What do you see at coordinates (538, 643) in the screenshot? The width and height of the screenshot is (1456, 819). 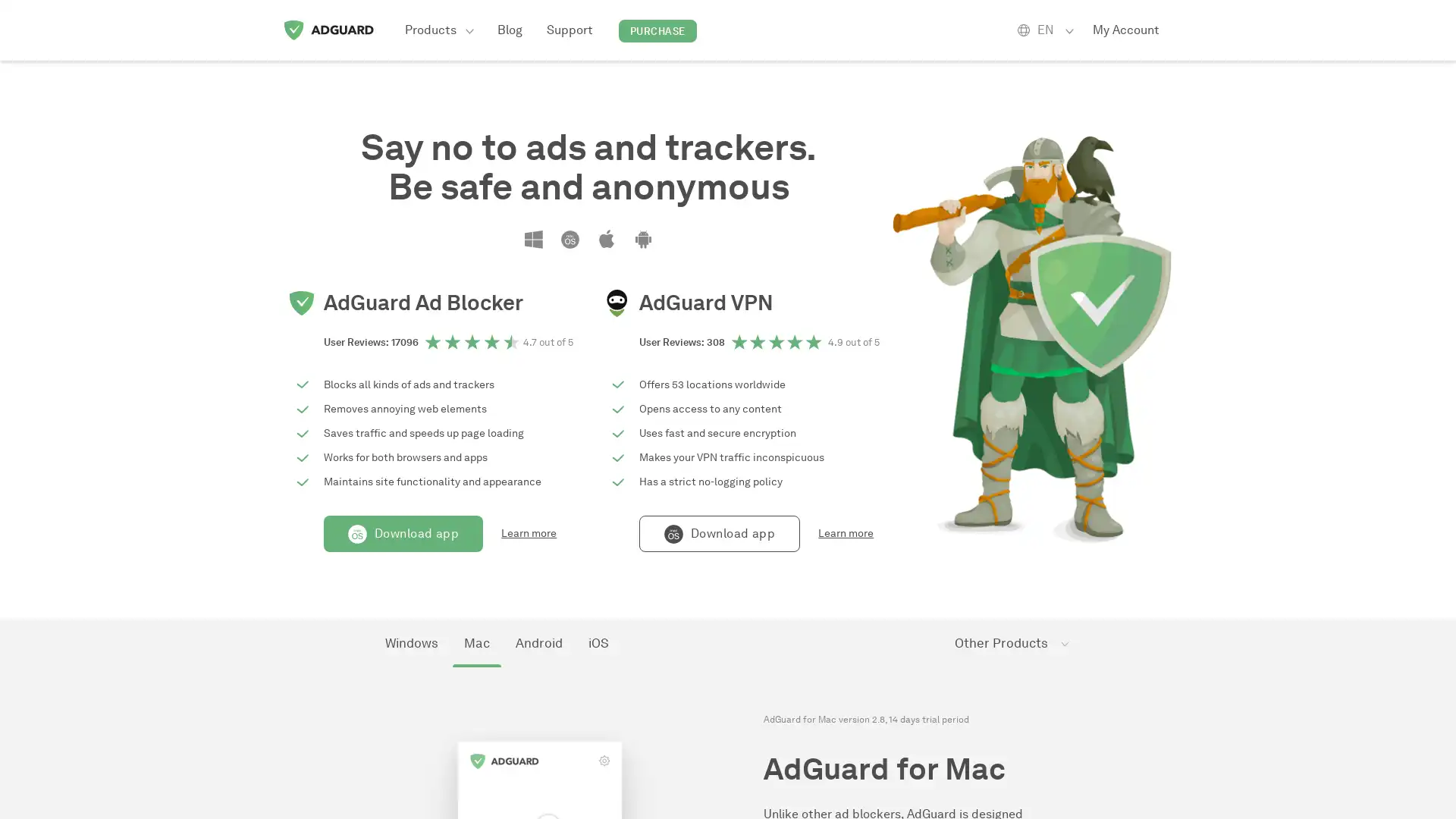 I see `Android` at bounding box center [538, 643].